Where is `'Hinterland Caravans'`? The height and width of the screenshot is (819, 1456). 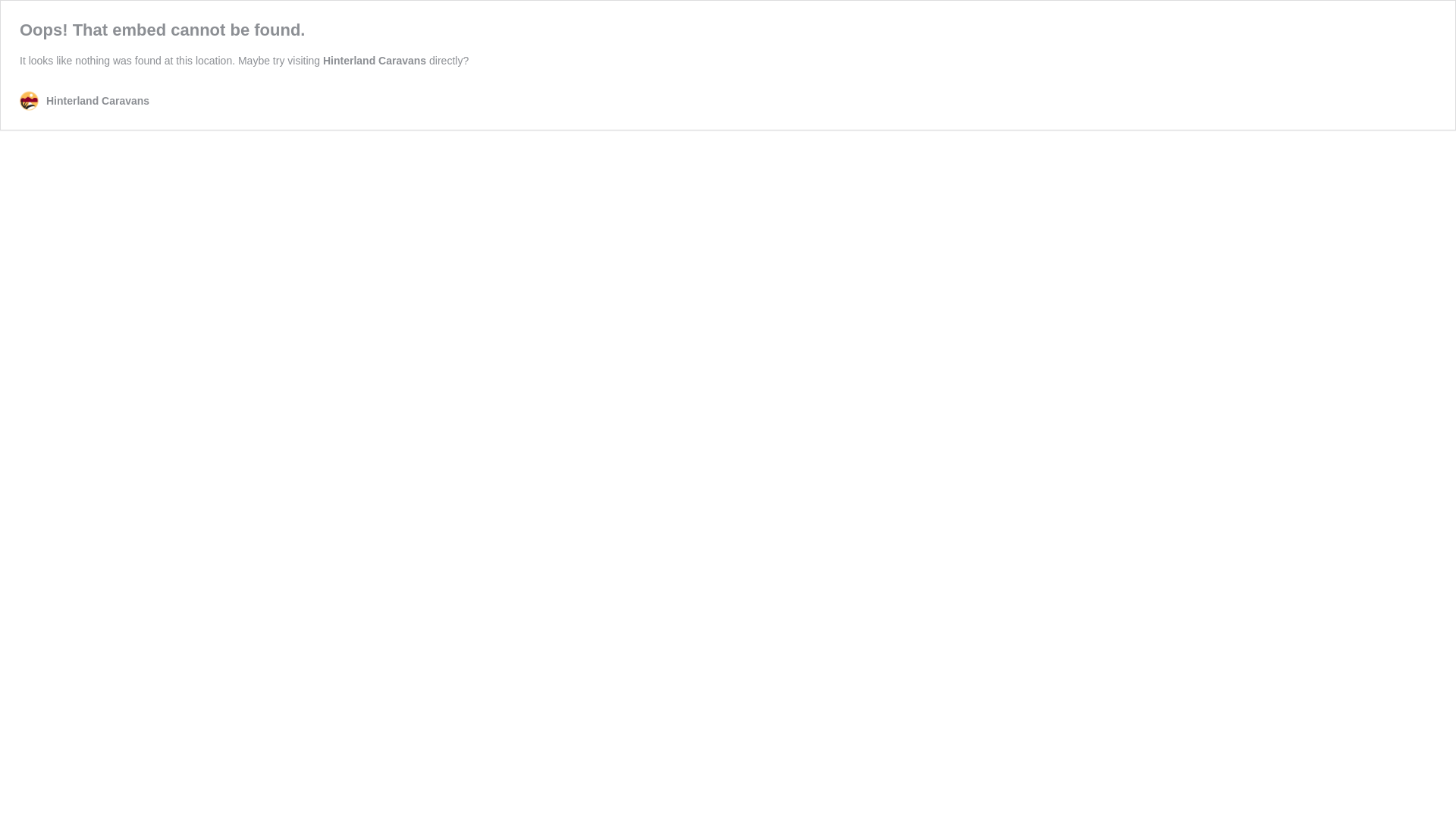 'Hinterland Caravans' is located at coordinates (83, 101).